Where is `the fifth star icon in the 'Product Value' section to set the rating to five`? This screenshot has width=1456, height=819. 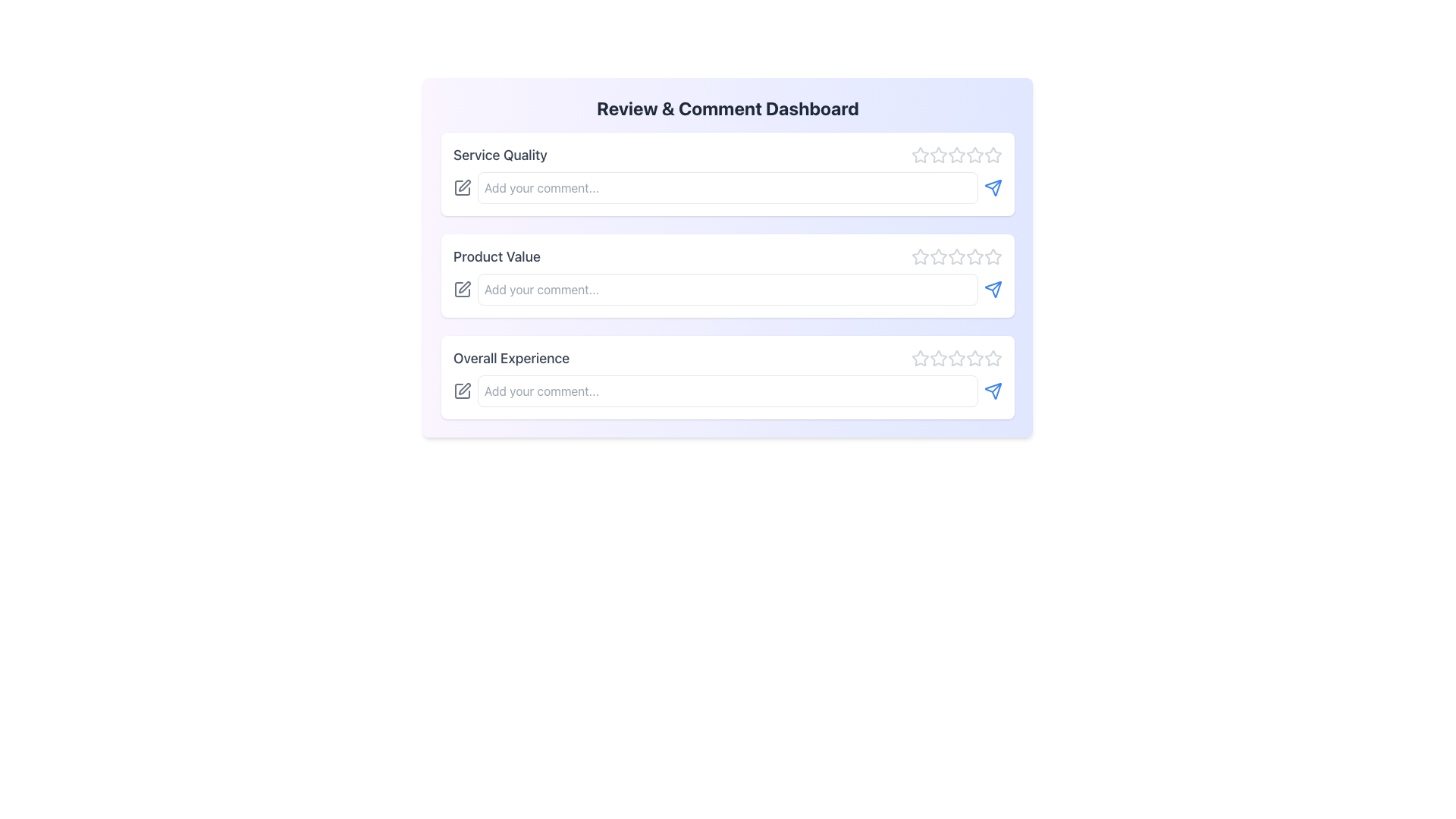
the fifth star icon in the 'Product Value' section to set the rating to five is located at coordinates (993, 256).